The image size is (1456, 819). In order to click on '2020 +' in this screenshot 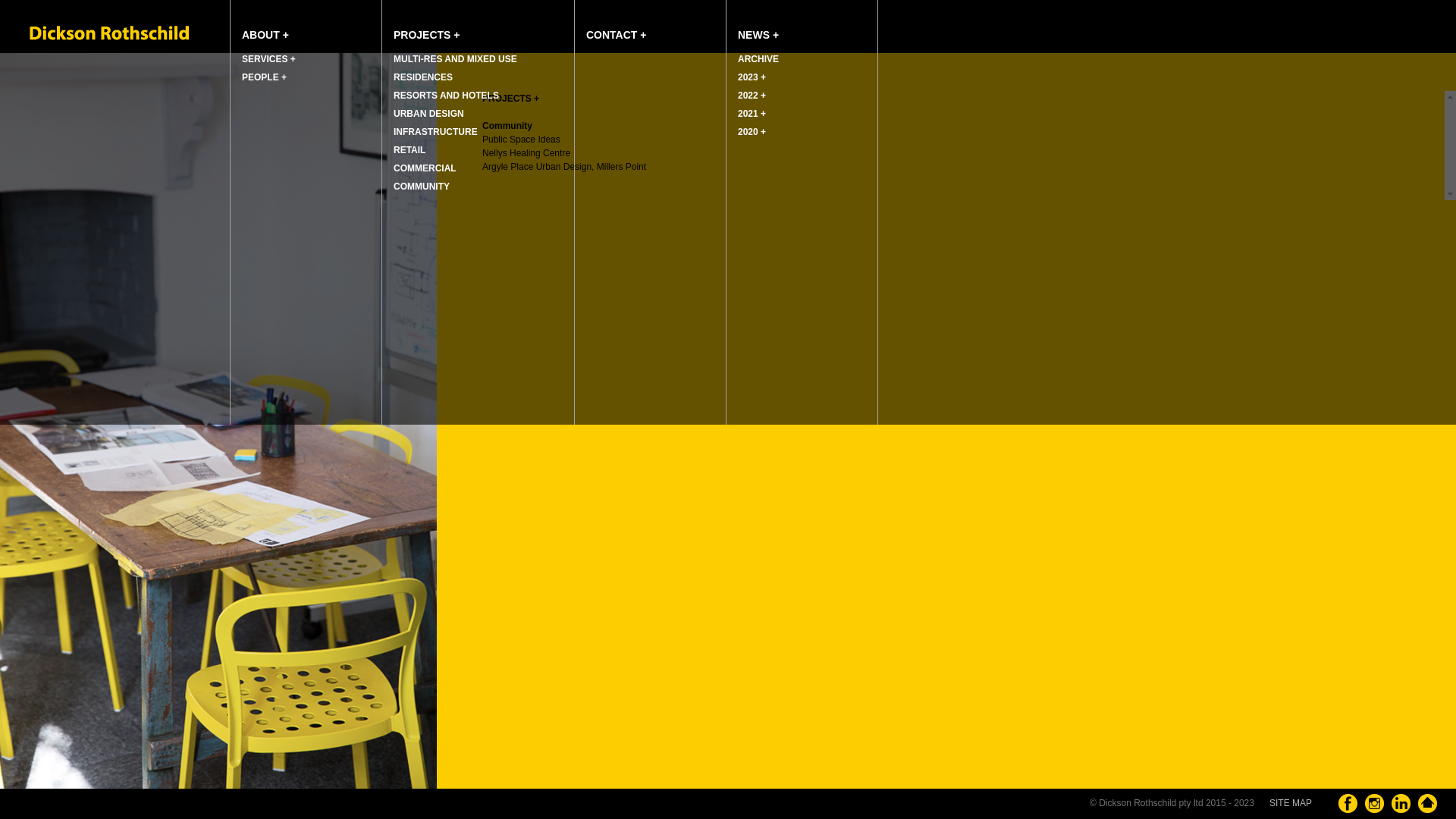, I will do `click(801, 130)`.